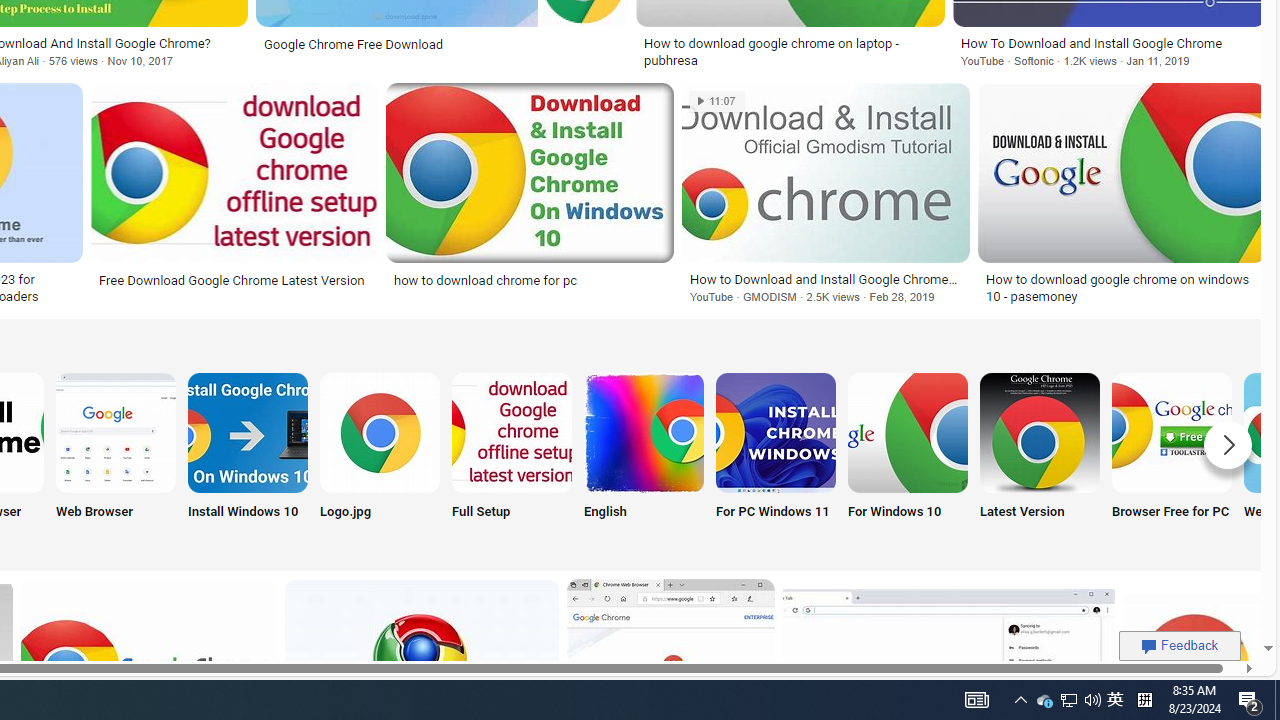 This screenshot has height=720, width=1280. Describe the element at coordinates (380, 457) in the screenshot. I see `'Logo.jpg'` at that location.